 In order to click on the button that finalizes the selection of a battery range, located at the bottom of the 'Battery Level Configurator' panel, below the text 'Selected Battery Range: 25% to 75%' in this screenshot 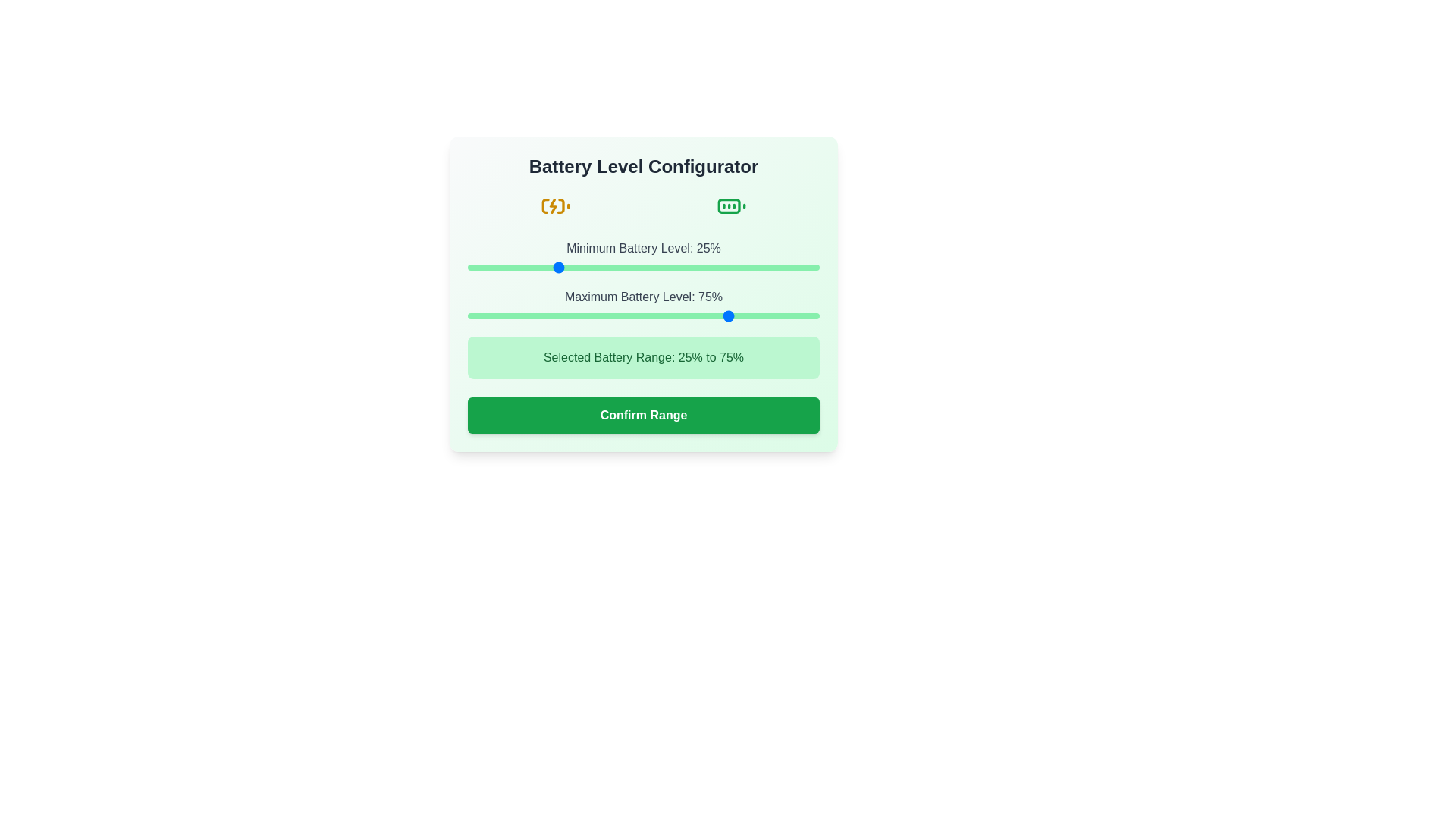, I will do `click(644, 415)`.